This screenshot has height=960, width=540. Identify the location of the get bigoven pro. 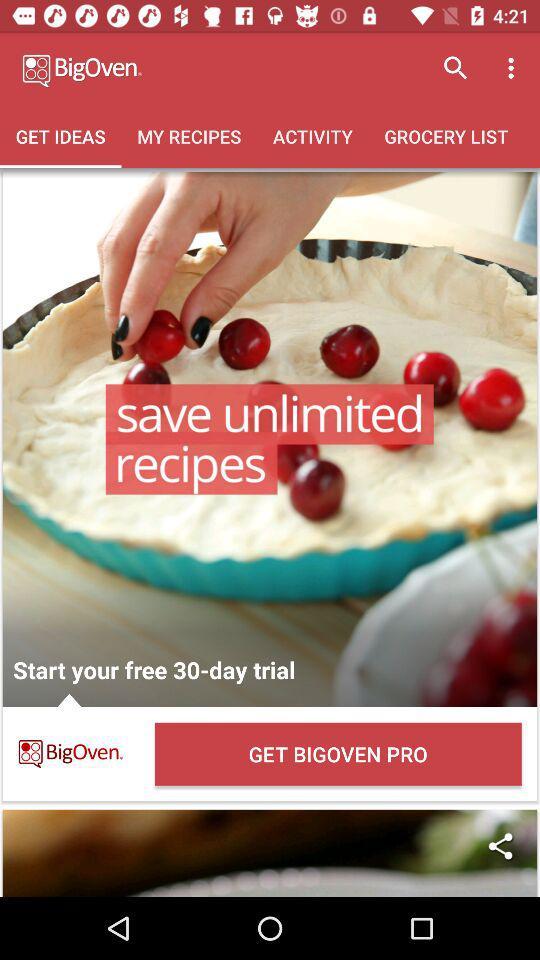
(337, 753).